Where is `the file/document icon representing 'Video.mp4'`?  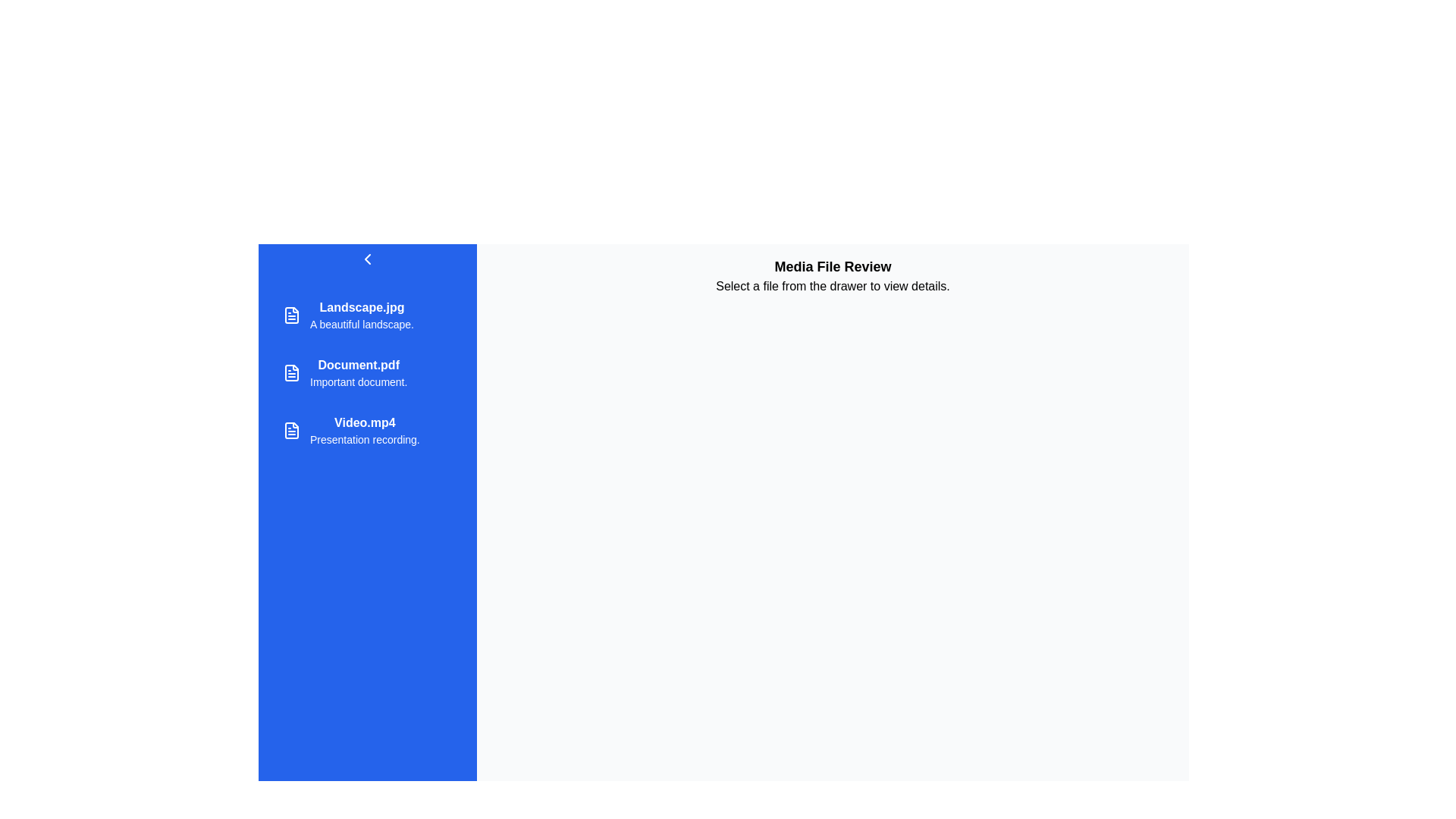 the file/document icon representing 'Video.mp4' is located at coordinates (291, 430).